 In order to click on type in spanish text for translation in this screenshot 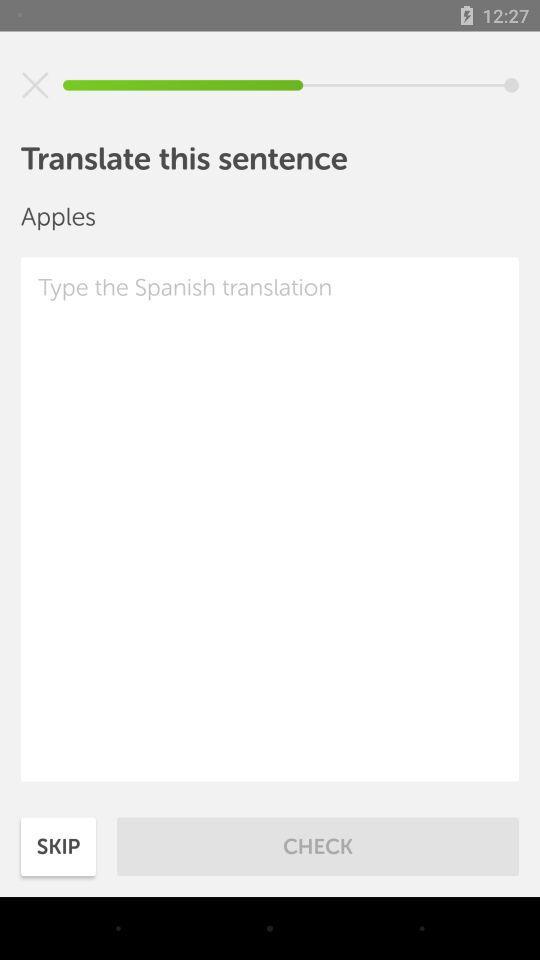, I will do `click(270, 518)`.